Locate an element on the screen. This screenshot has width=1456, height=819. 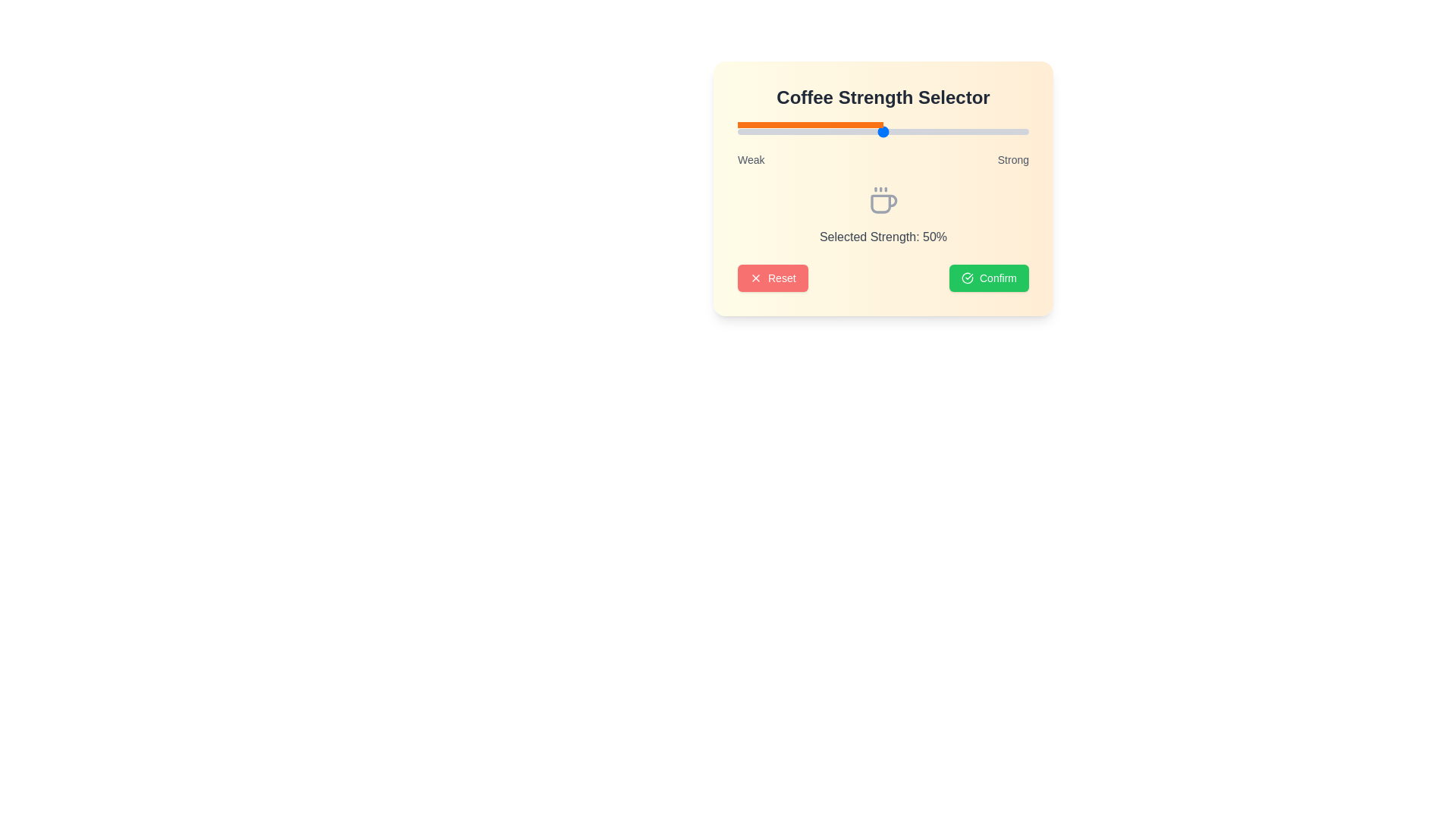
the coffee strength is located at coordinates (895, 130).